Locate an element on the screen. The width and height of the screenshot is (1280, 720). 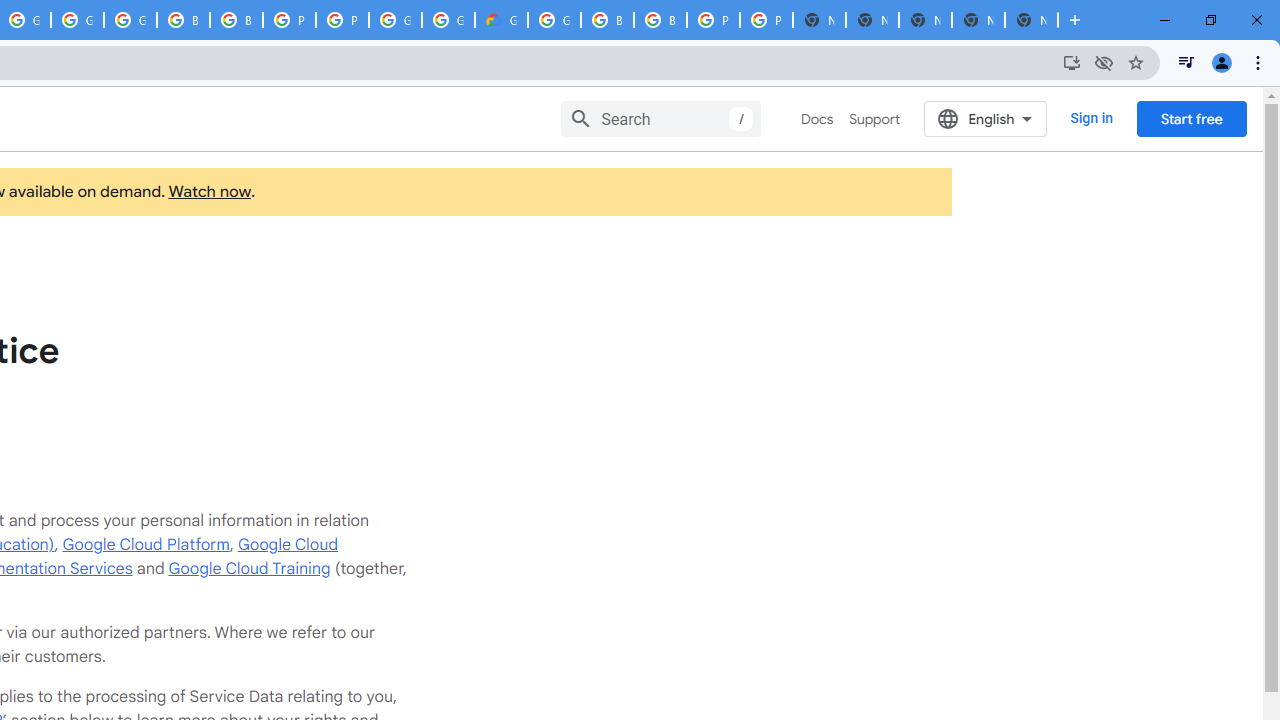
'Browse Chrome as a guest - Computer - Google Chrome Help' is located at coordinates (183, 20).